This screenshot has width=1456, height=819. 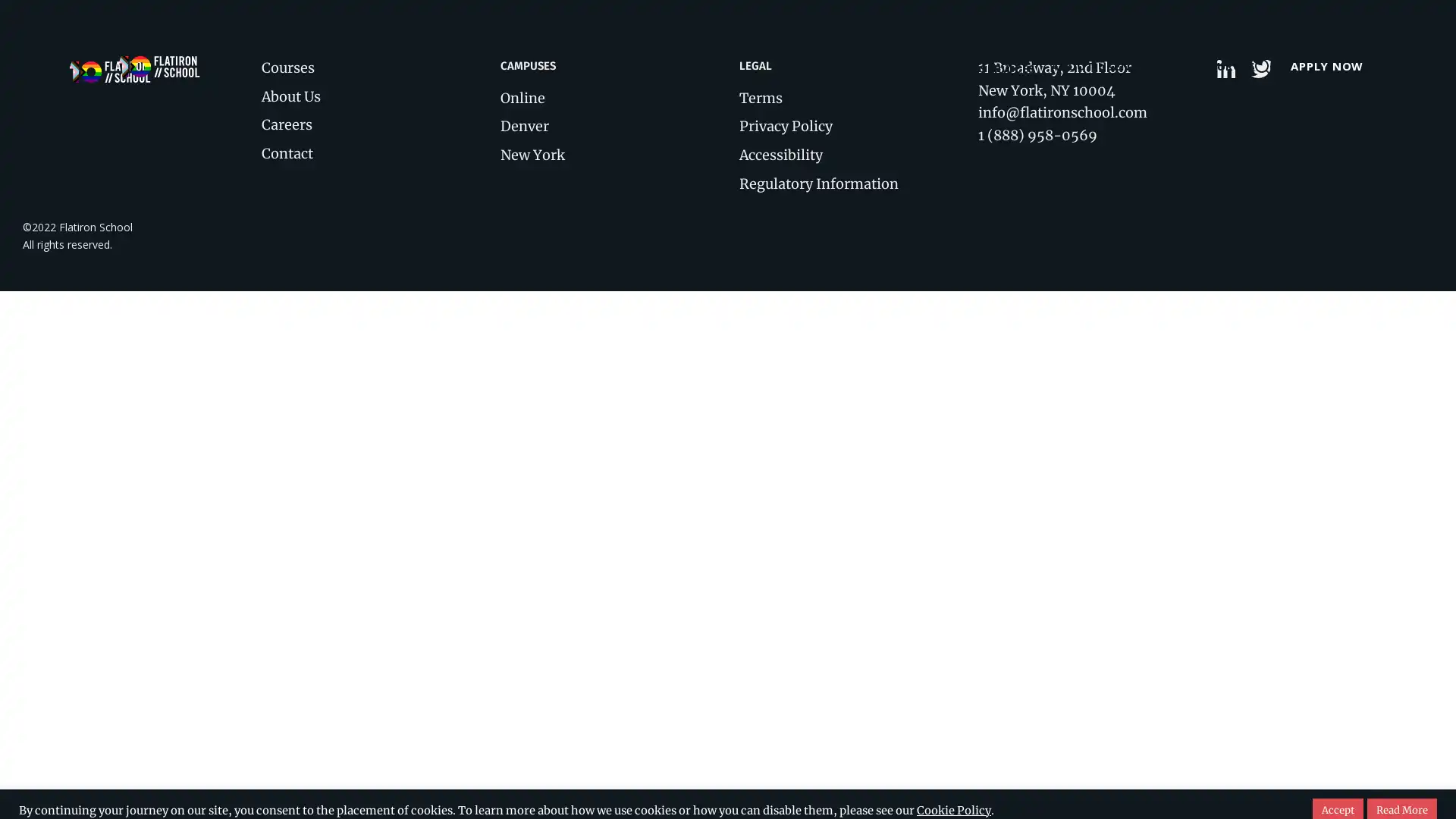 What do you see at coordinates (1174, 65) in the screenshot?
I see `RESOURCES` at bounding box center [1174, 65].